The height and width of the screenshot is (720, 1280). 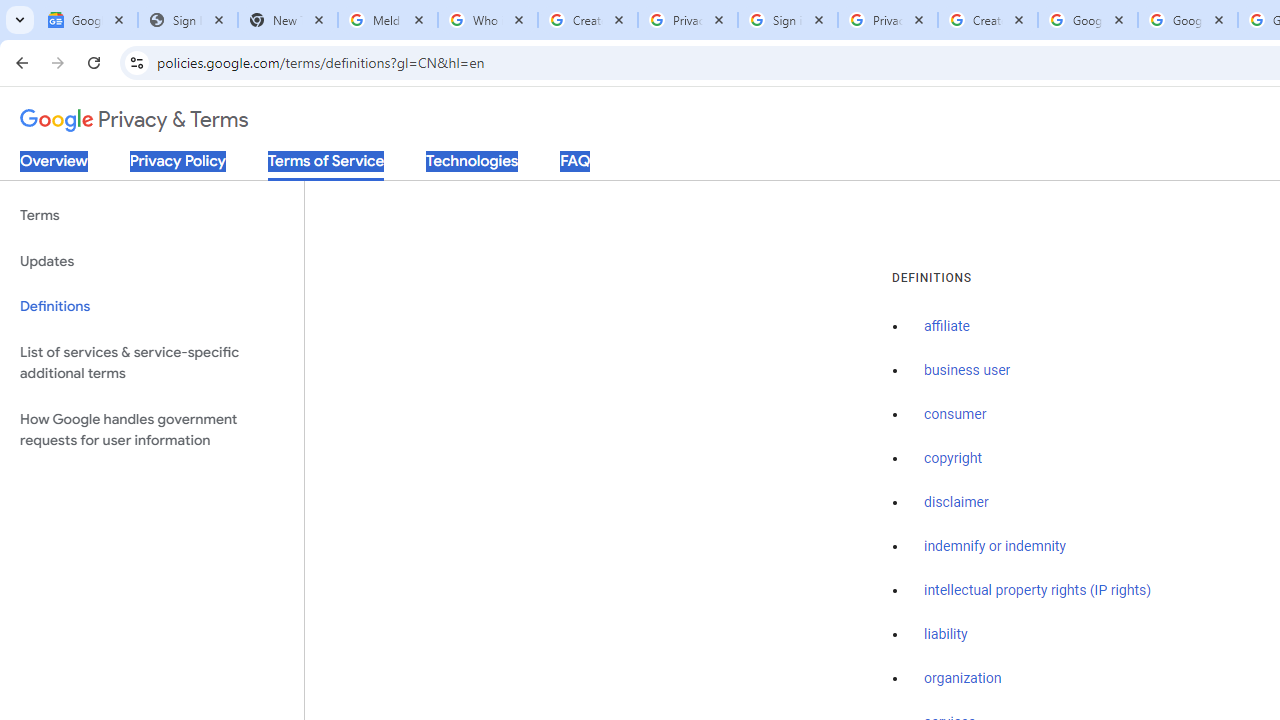 I want to click on 'Sign In - USA TODAY', so click(x=188, y=20).